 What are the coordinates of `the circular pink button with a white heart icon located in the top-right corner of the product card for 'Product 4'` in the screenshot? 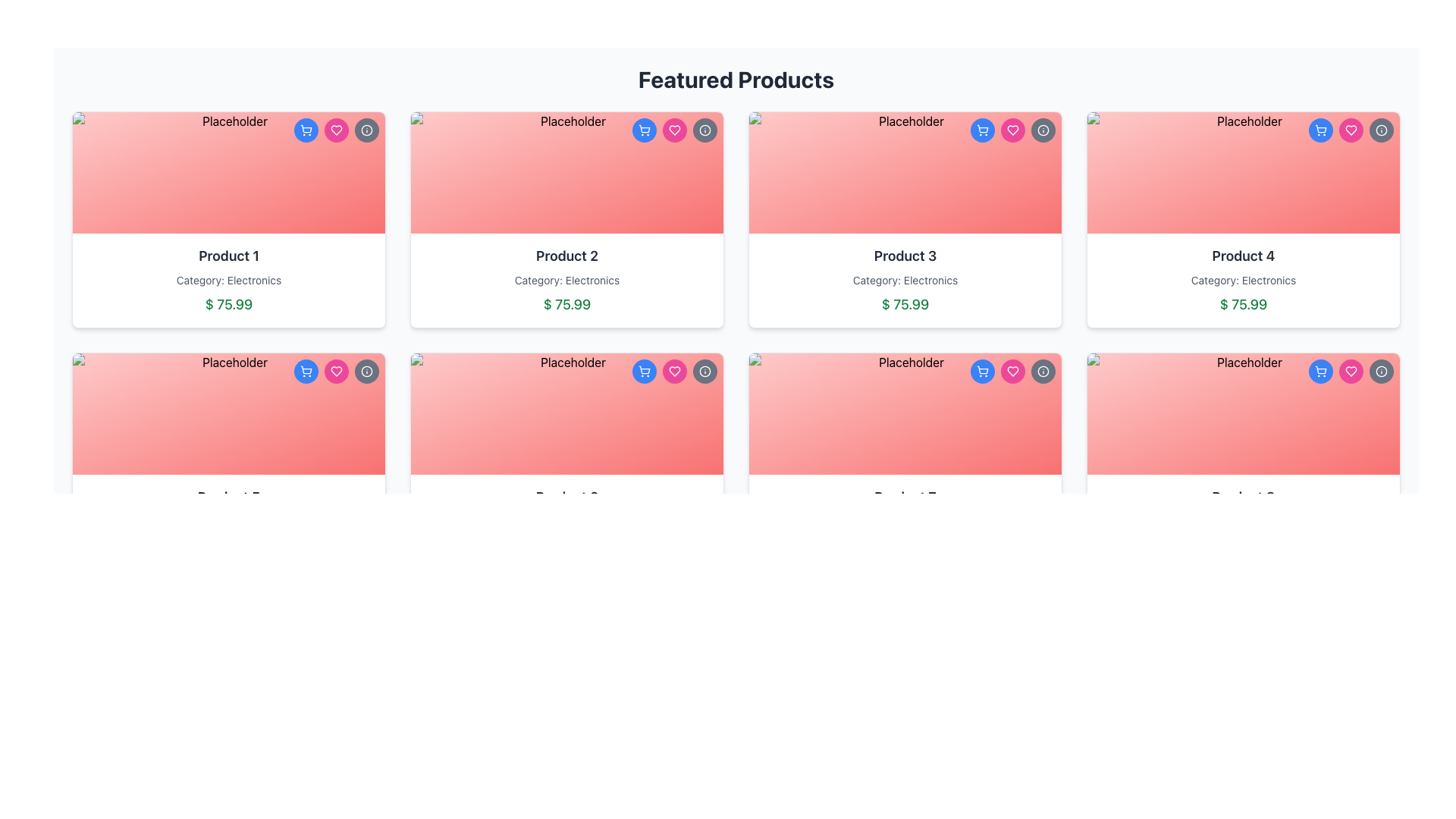 It's located at (1351, 130).